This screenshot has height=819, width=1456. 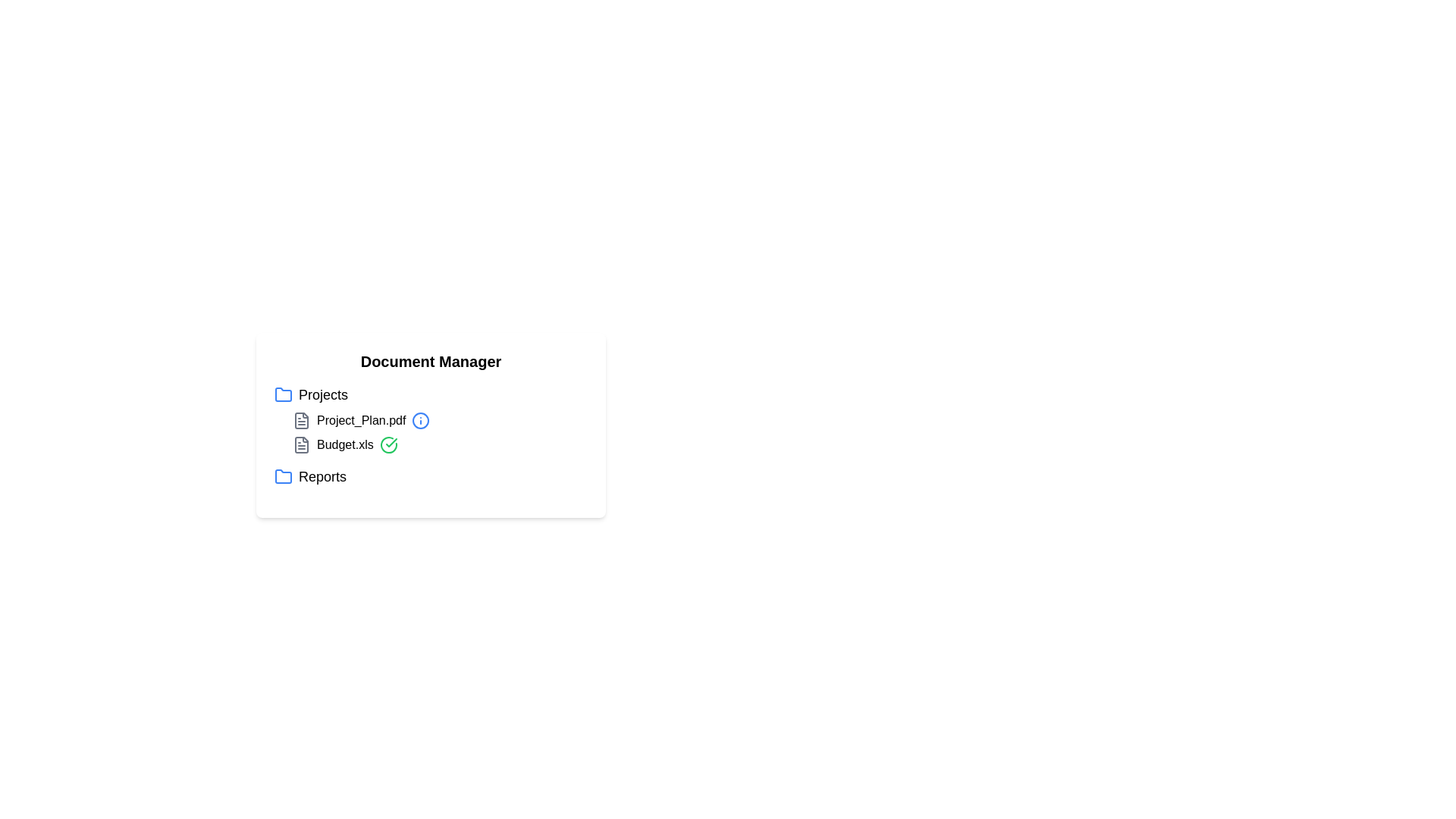 I want to click on the folder icon corresponding to Reports, so click(x=284, y=475).